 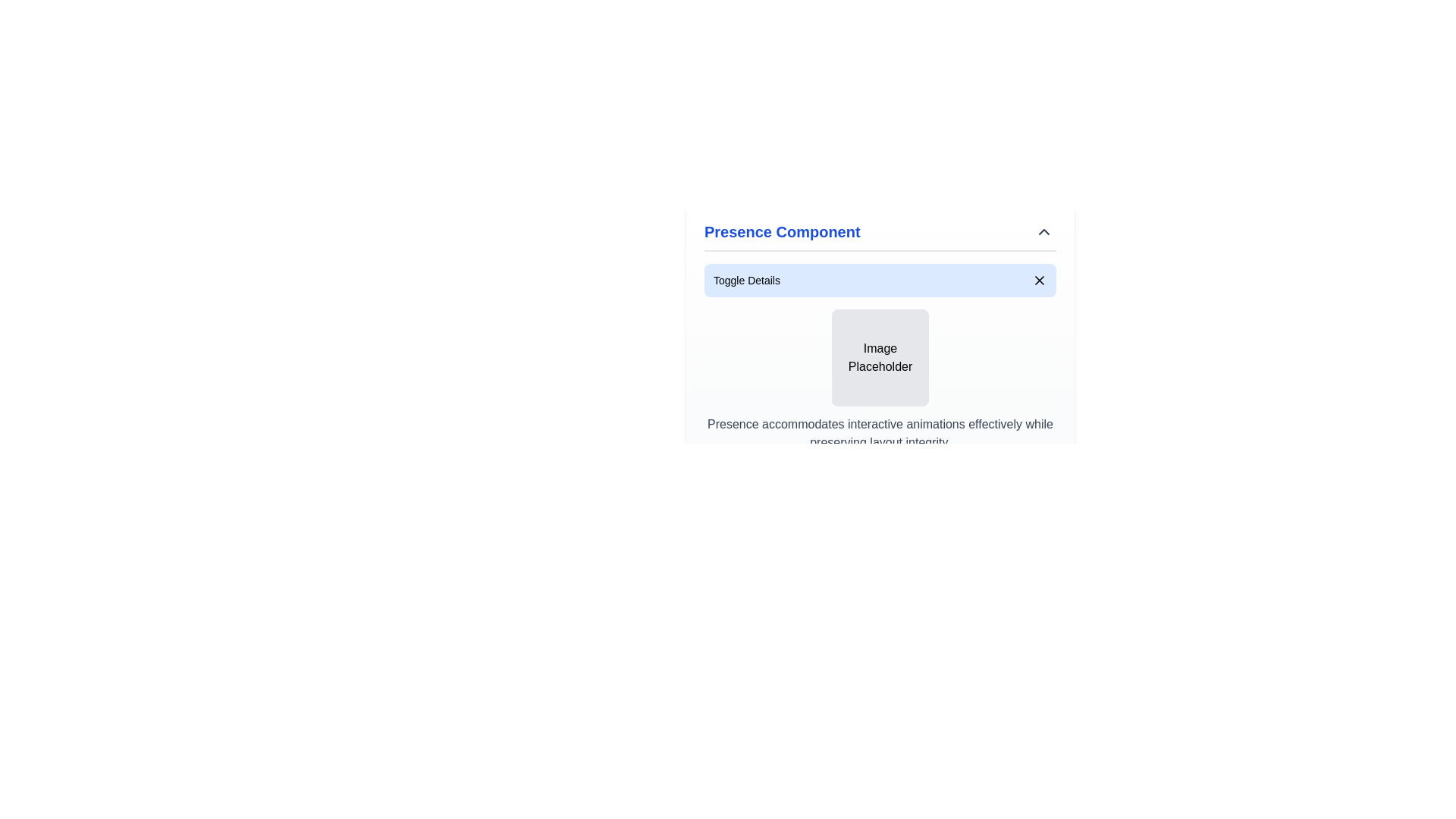 What do you see at coordinates (1039, 281) in the screenshot?
I see `the 'X' icon Close button on the light blue background` at bounding box center [1039, 281].